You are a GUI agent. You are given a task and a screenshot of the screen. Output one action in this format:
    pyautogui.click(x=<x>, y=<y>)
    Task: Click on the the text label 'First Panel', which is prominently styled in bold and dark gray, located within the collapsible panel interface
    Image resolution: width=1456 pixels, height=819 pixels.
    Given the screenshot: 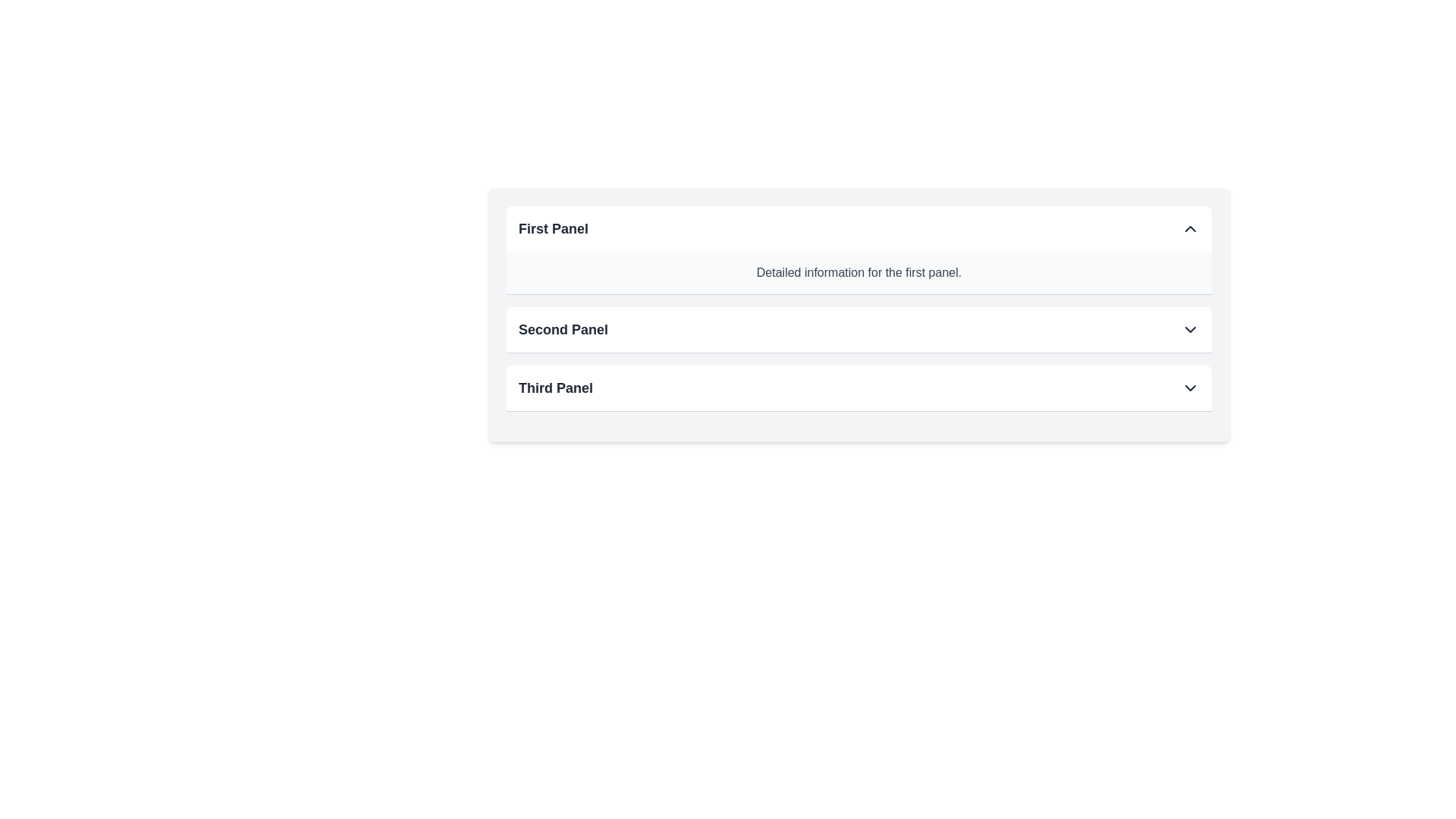 What is the action you would take?
    pyautogui.click(x=552, y=228)
    